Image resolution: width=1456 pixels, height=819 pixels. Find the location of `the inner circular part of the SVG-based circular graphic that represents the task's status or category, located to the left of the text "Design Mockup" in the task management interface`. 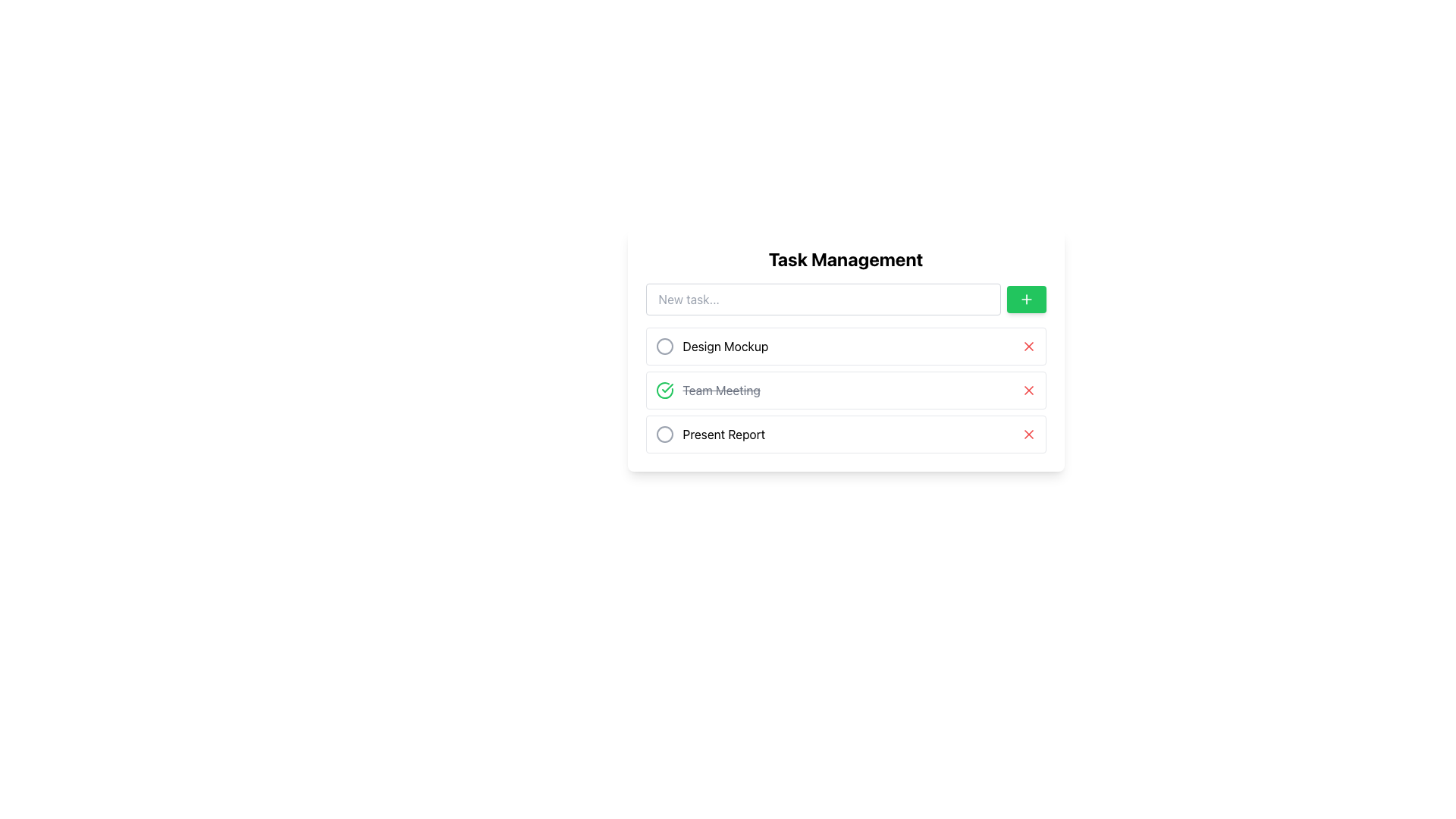

the inner circular part of the SVG-based circular graphic that represents the task's status or category, located to the left of the text "Design Mockup" in the task management interface is located at coordinates (664, 346).